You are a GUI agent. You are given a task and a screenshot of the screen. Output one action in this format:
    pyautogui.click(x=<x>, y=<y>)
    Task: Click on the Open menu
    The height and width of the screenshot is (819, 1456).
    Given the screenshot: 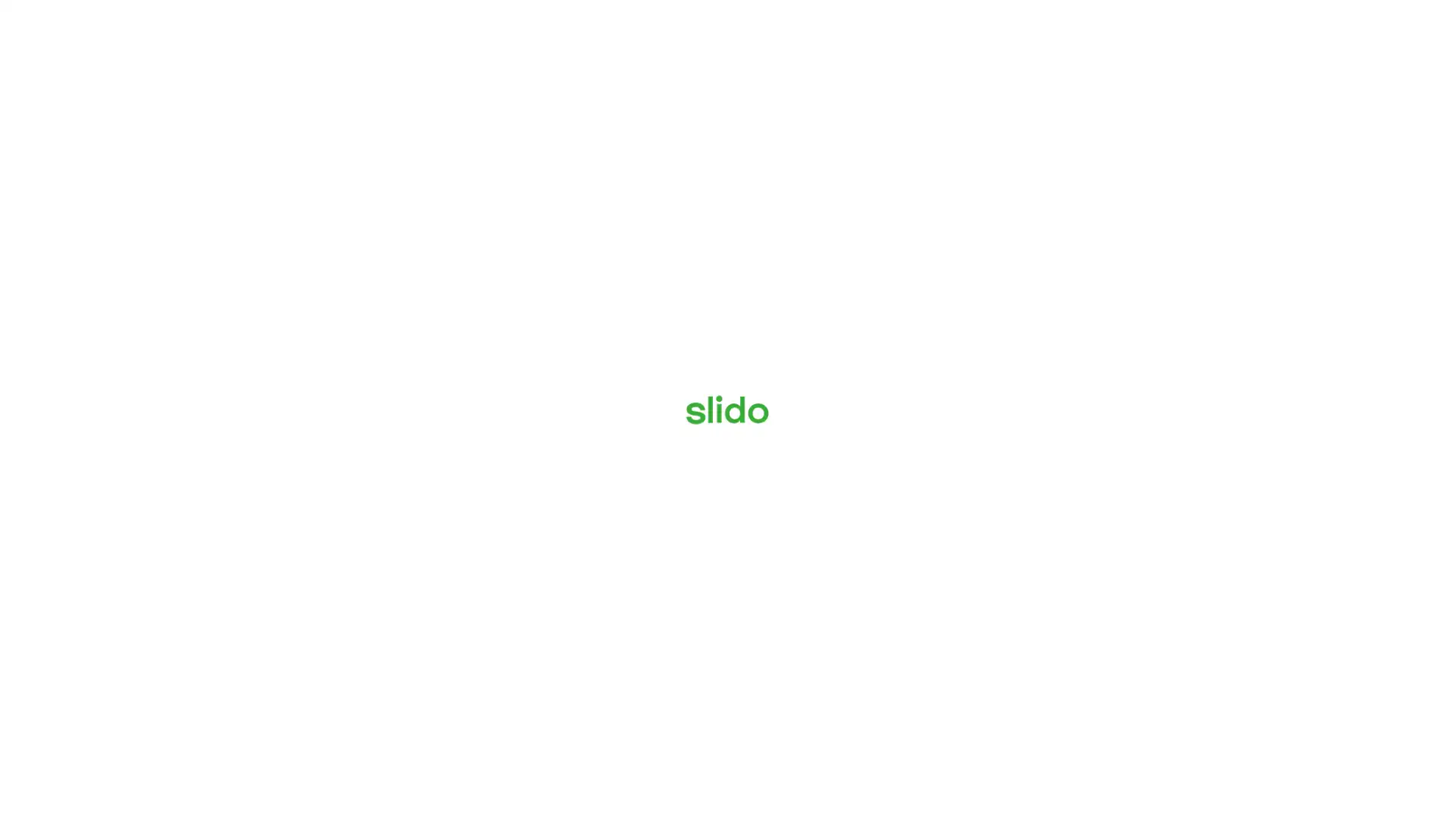 What is the action you would take?
    pyautogui.click(x=78, y=20)
    